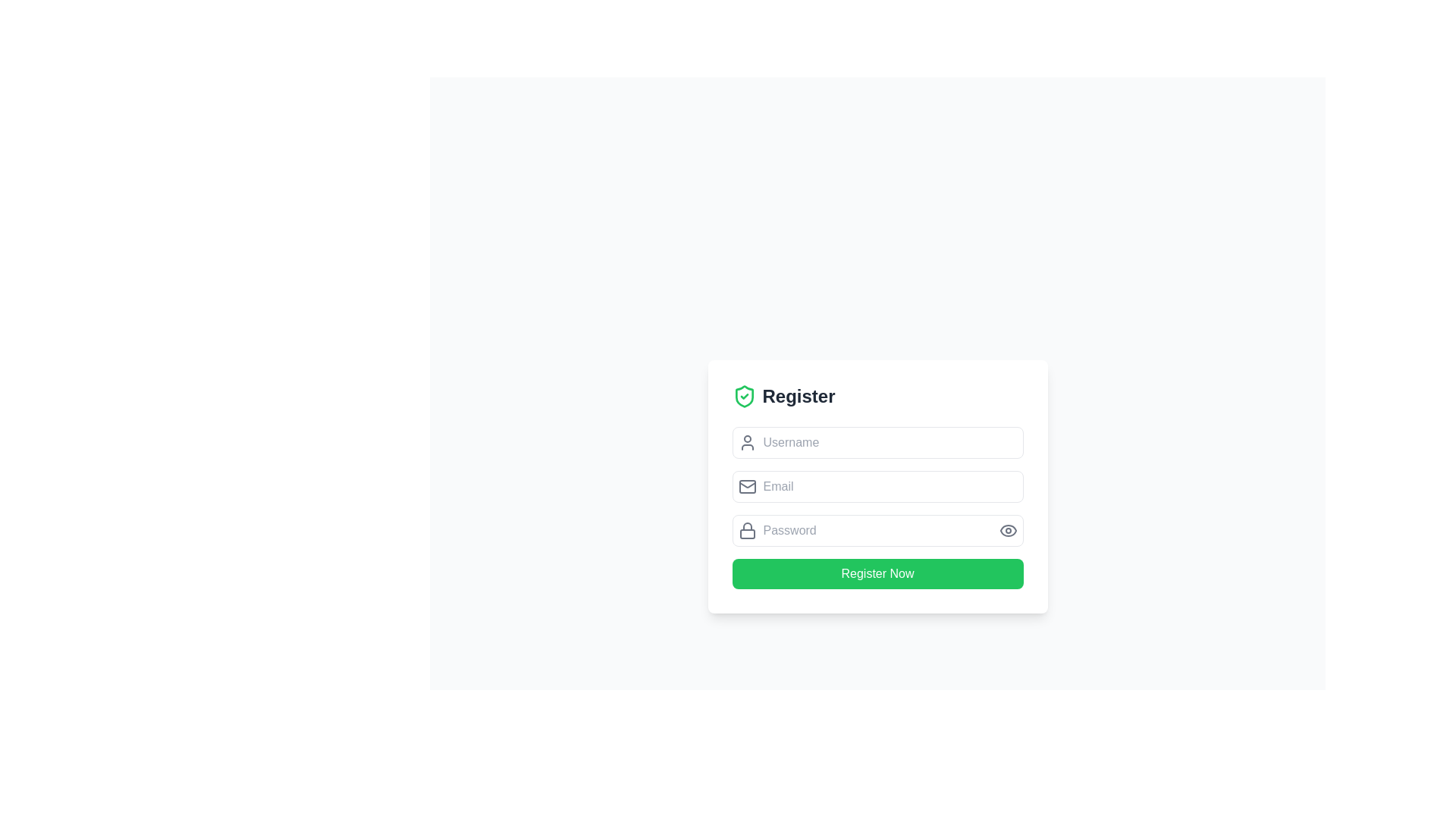  I want to click on the second text input field for email address in the registration form and clear the input by pressing backspace, so click(877, 486).